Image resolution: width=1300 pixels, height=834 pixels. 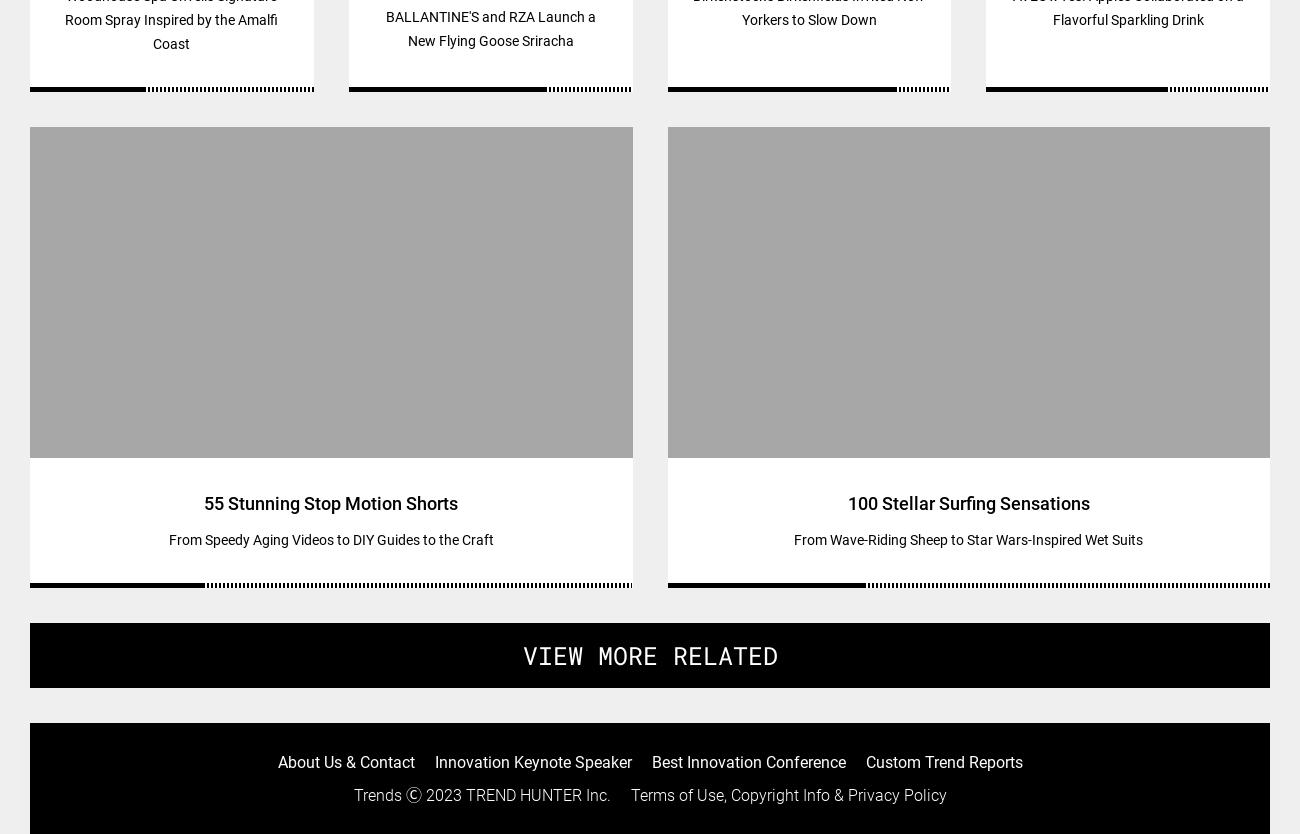 What do you see at coordinates (649, 654) in the screenshot?
I see `'VIEW MORE RELATED'` at bounding box center [649, 654].